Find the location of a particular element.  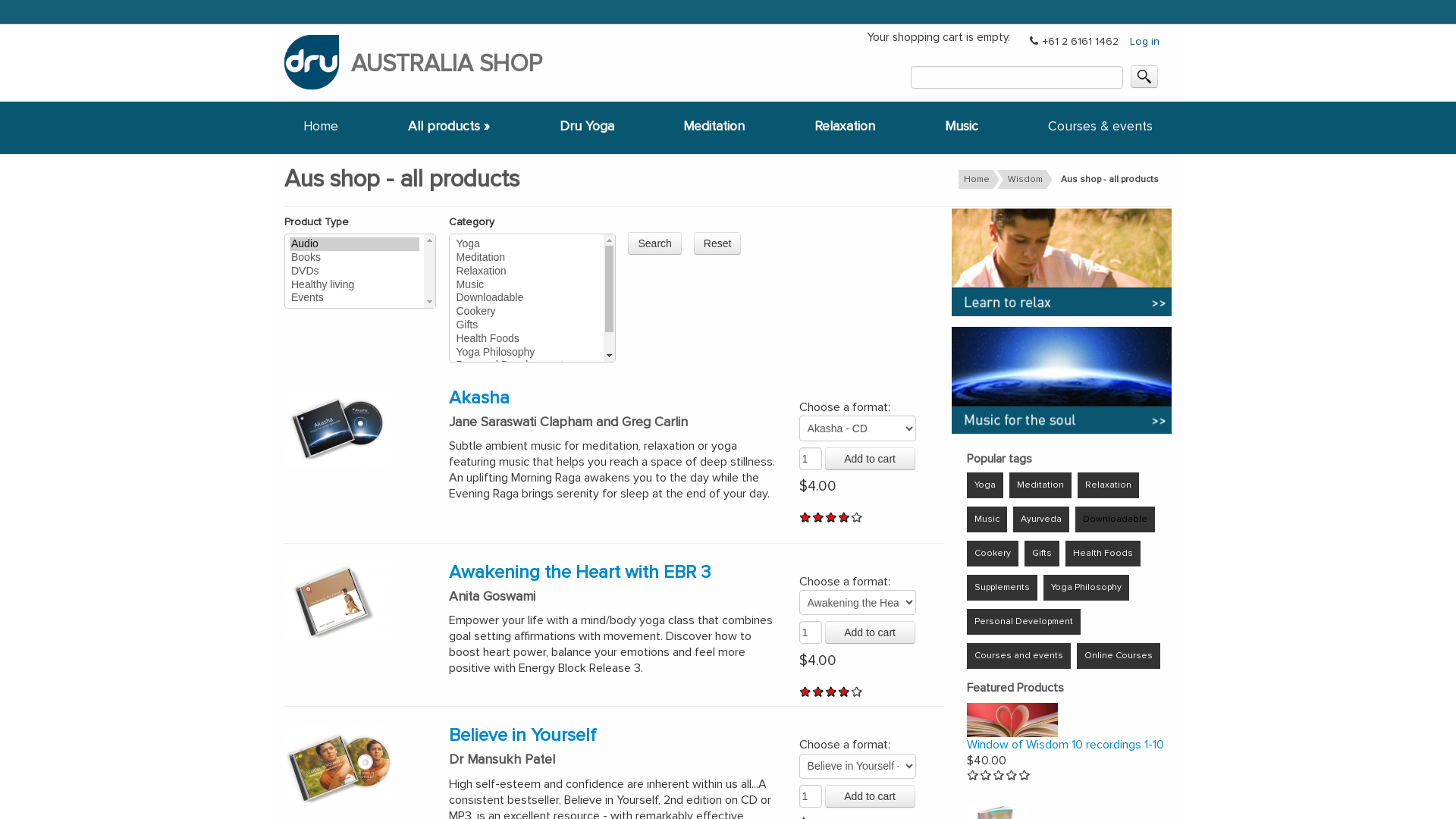

'Give Akasha 4/5' is located at coordinates (843, 516).